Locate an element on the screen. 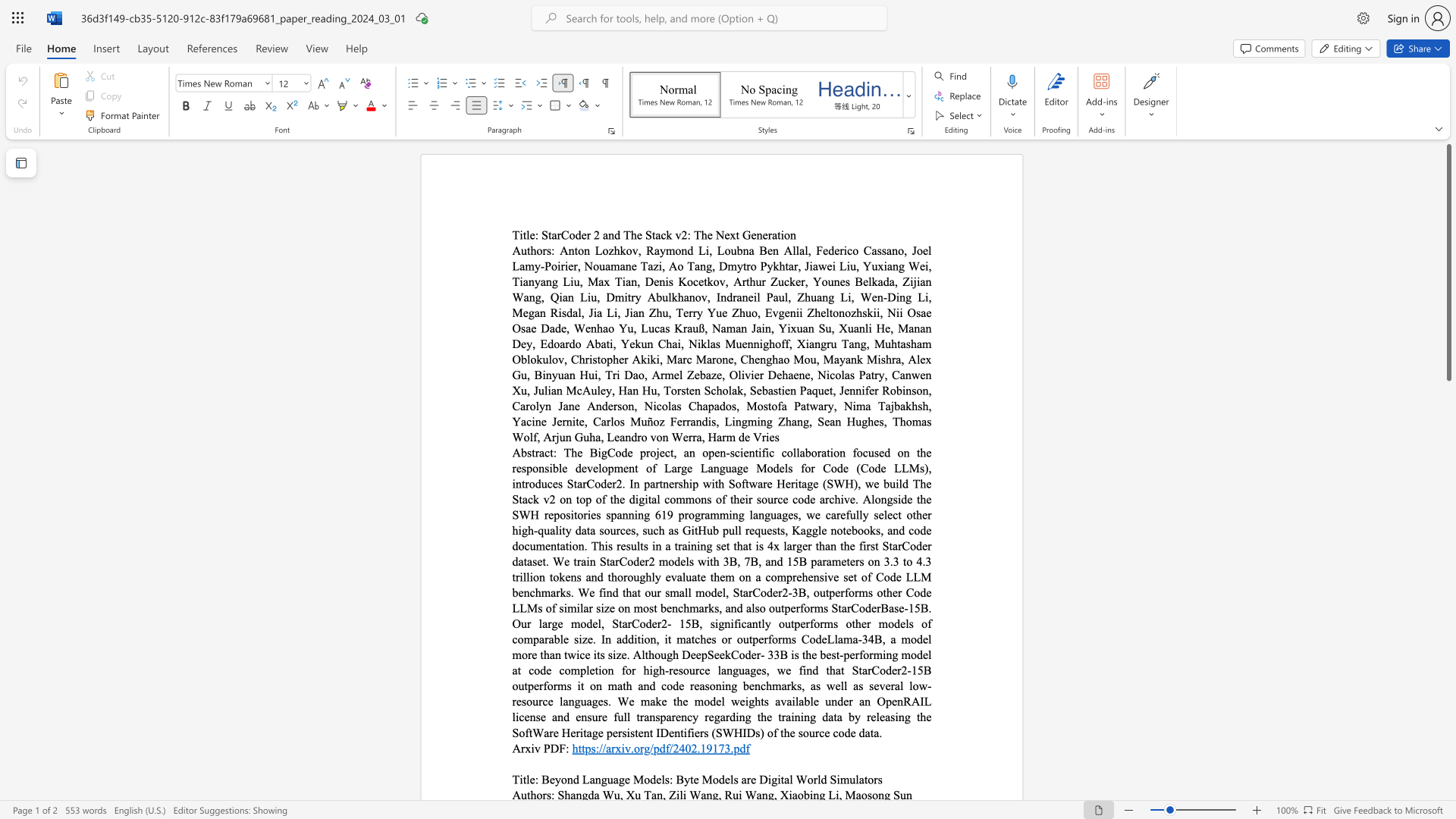 This screenshot has width=1456, height=819. the 3th character "t" in the text is located at coordinates (737, 234).